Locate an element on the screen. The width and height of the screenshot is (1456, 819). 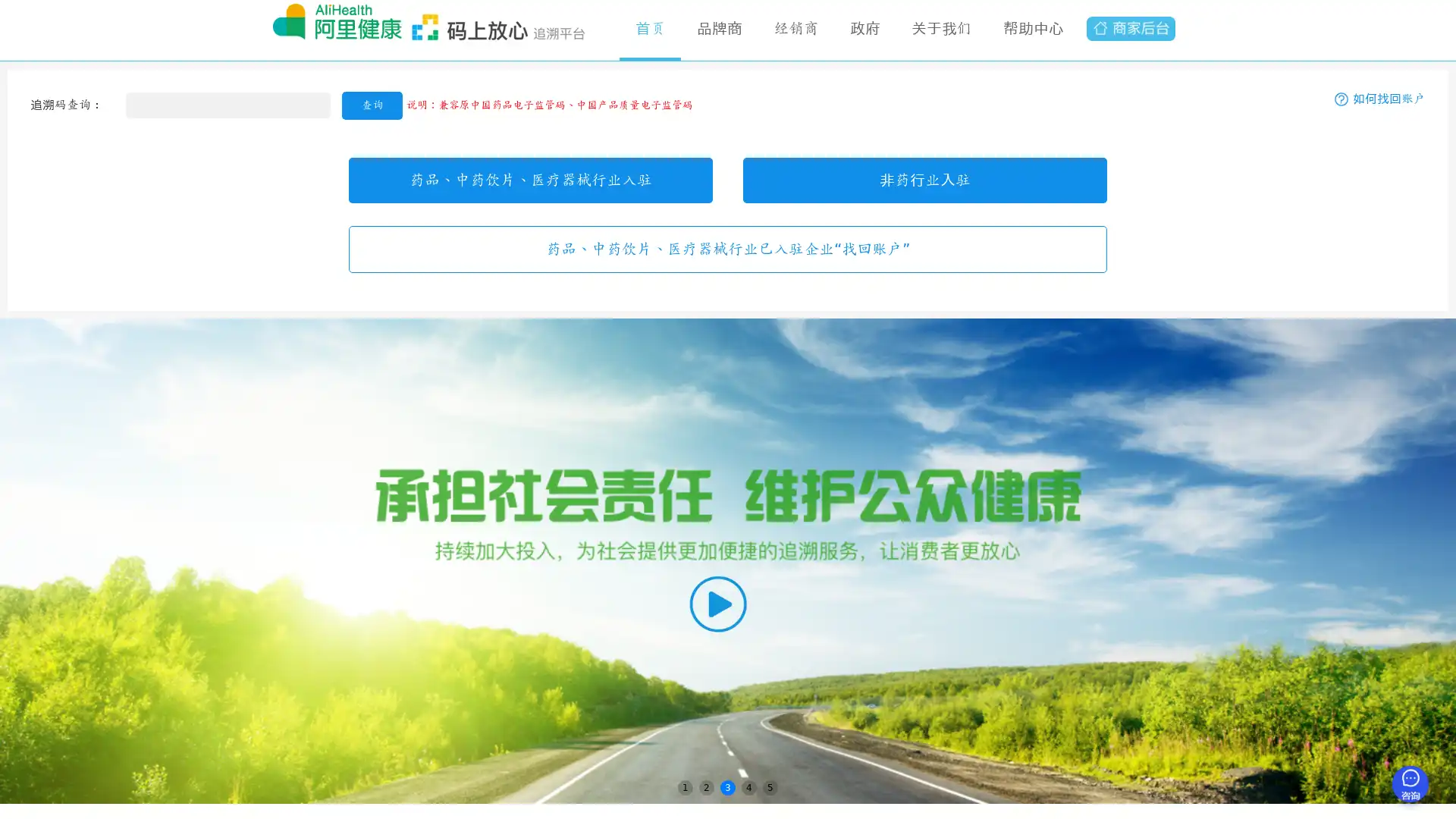
Go to slide 5 is located at coordinates (770, 786).